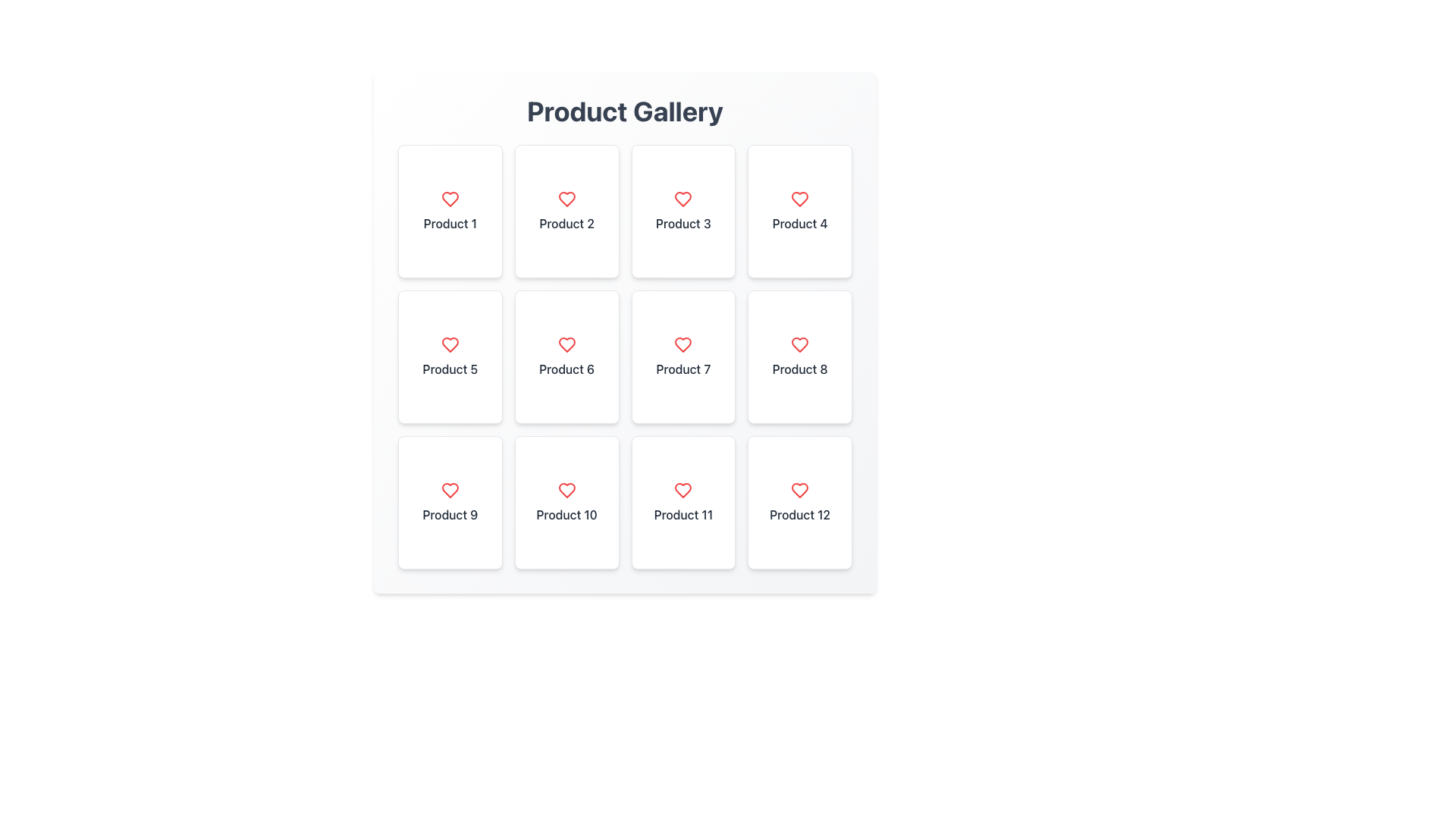  Describe the element at coordinates (566, 491) in the screenshot. I see `the heart icon used to mark 'Product 10' as liked or added to favorites` at that location.